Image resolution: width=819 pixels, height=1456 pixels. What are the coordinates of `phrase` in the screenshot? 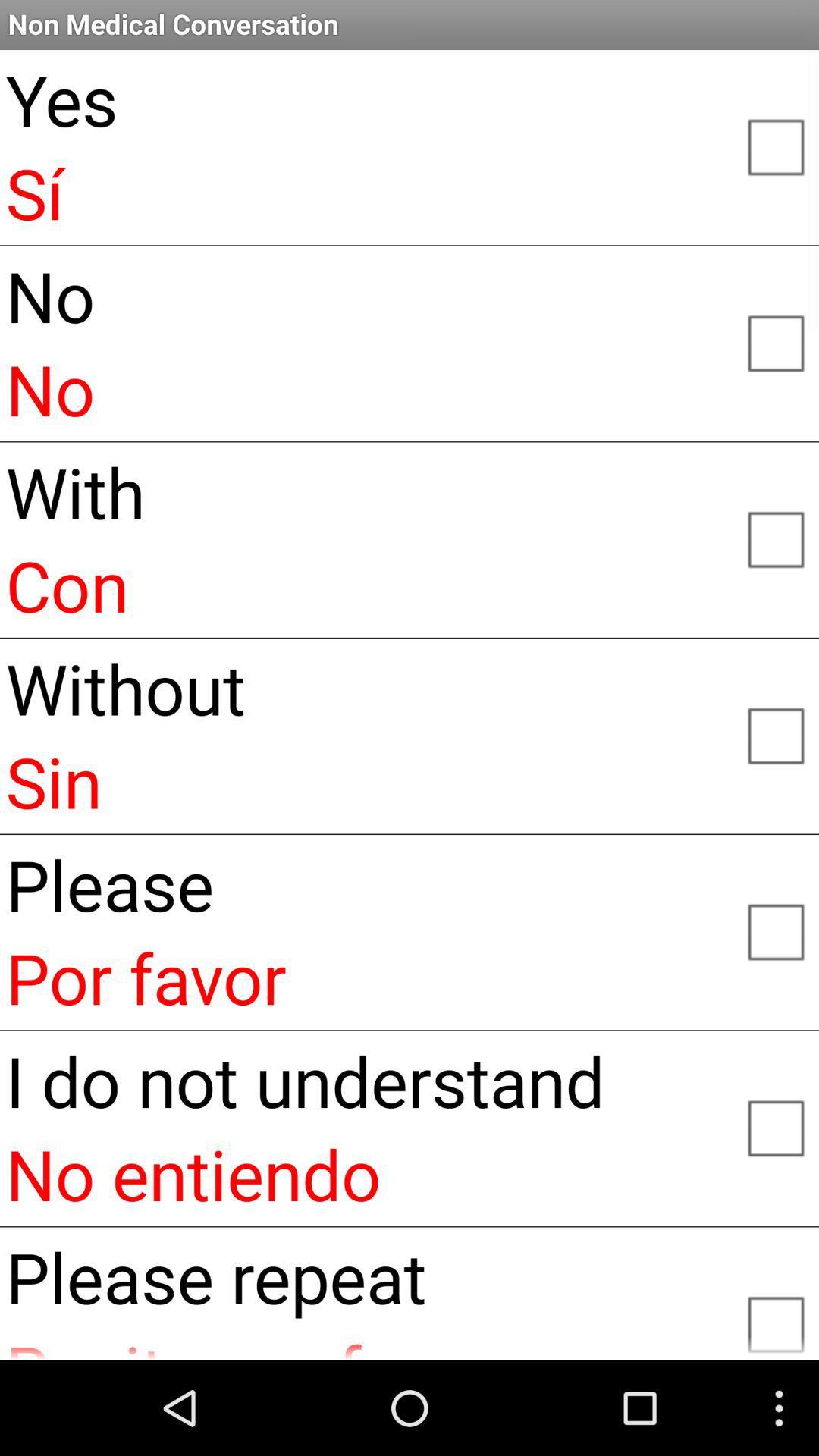 It's located at (775, 1317).